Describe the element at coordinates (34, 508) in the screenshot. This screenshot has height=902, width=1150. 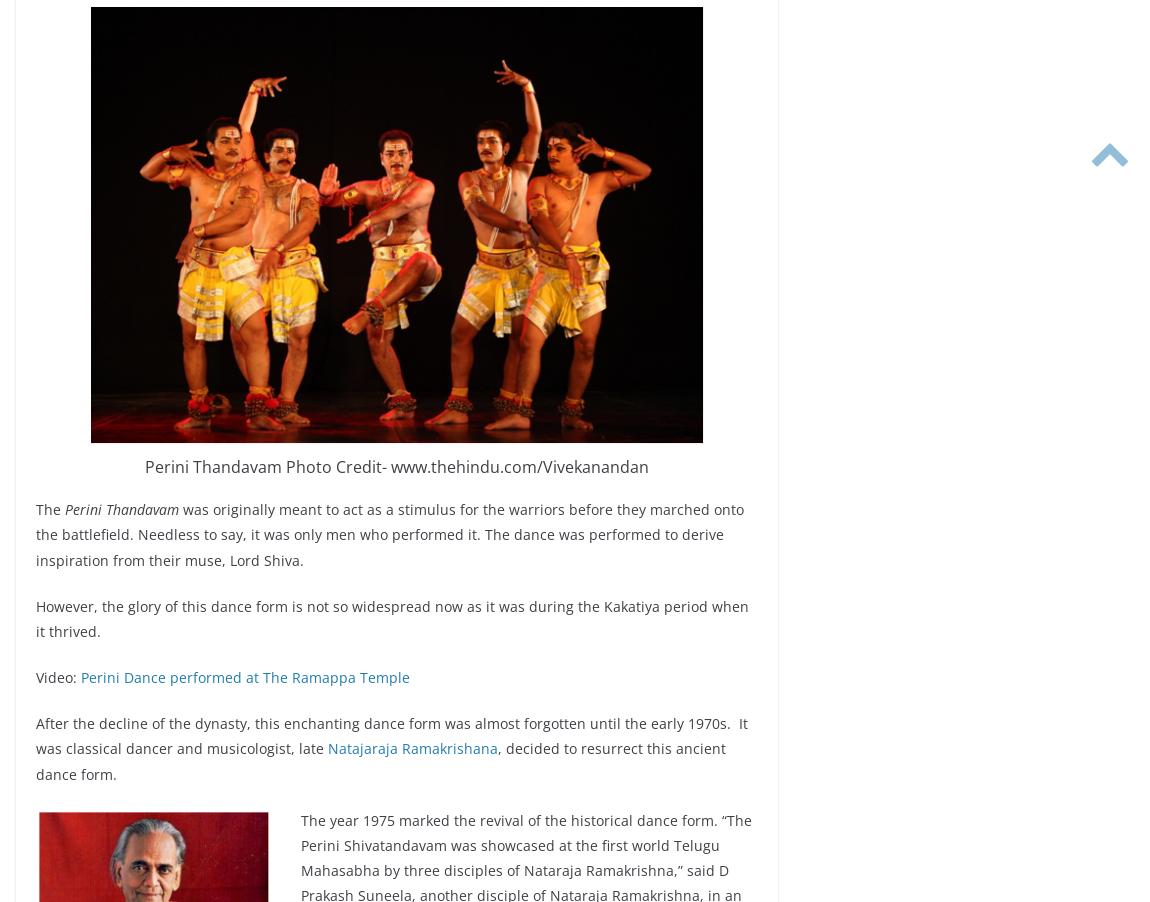
I see `'The'` at that location.